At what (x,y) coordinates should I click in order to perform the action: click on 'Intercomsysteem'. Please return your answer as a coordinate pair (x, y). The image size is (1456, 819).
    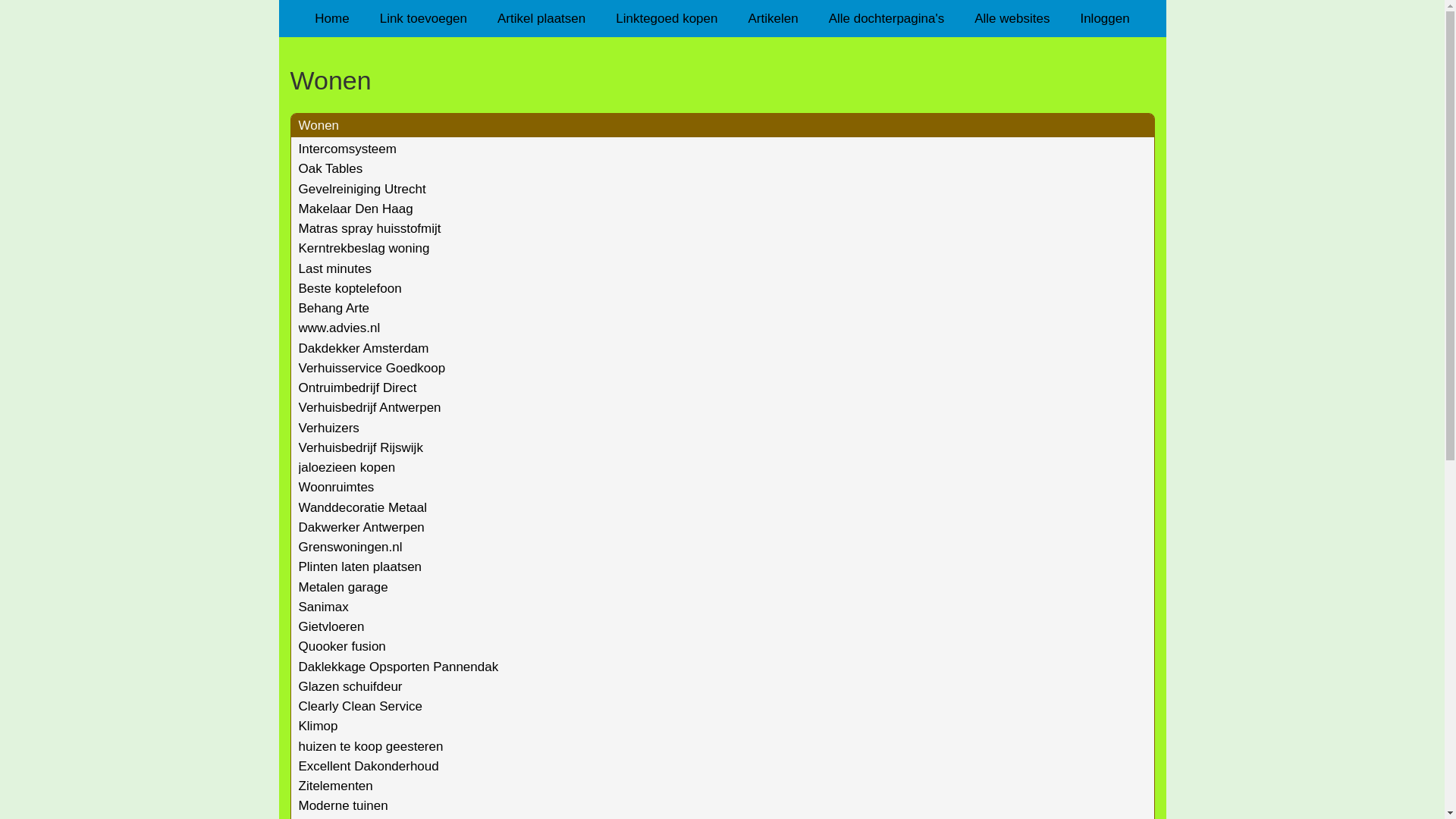
    Looking at the image, I should click on (347, 149).